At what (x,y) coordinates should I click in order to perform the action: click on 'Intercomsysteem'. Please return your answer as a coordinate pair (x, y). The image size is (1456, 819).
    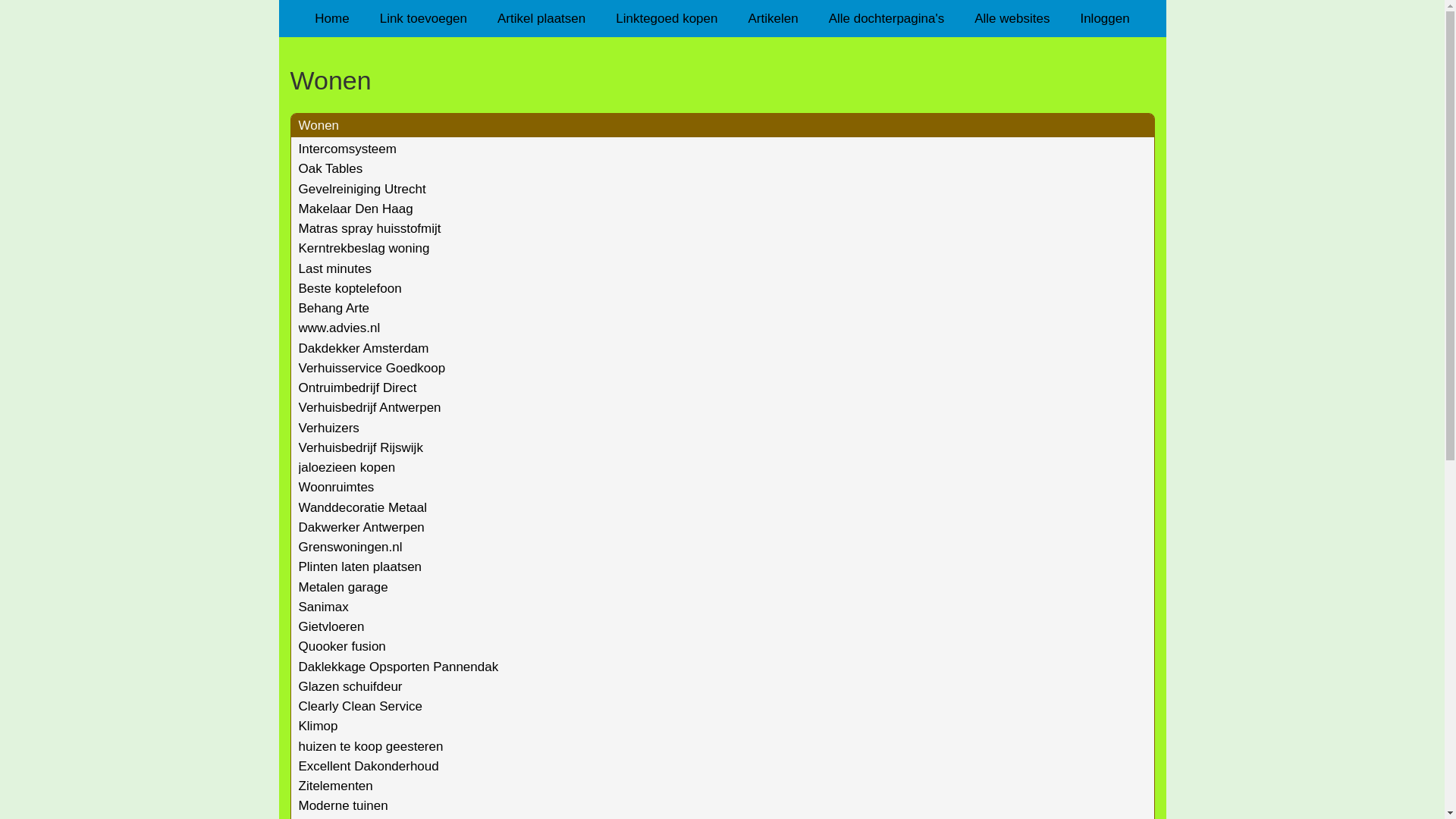
    Looking at the image, I should click on (347, 149).